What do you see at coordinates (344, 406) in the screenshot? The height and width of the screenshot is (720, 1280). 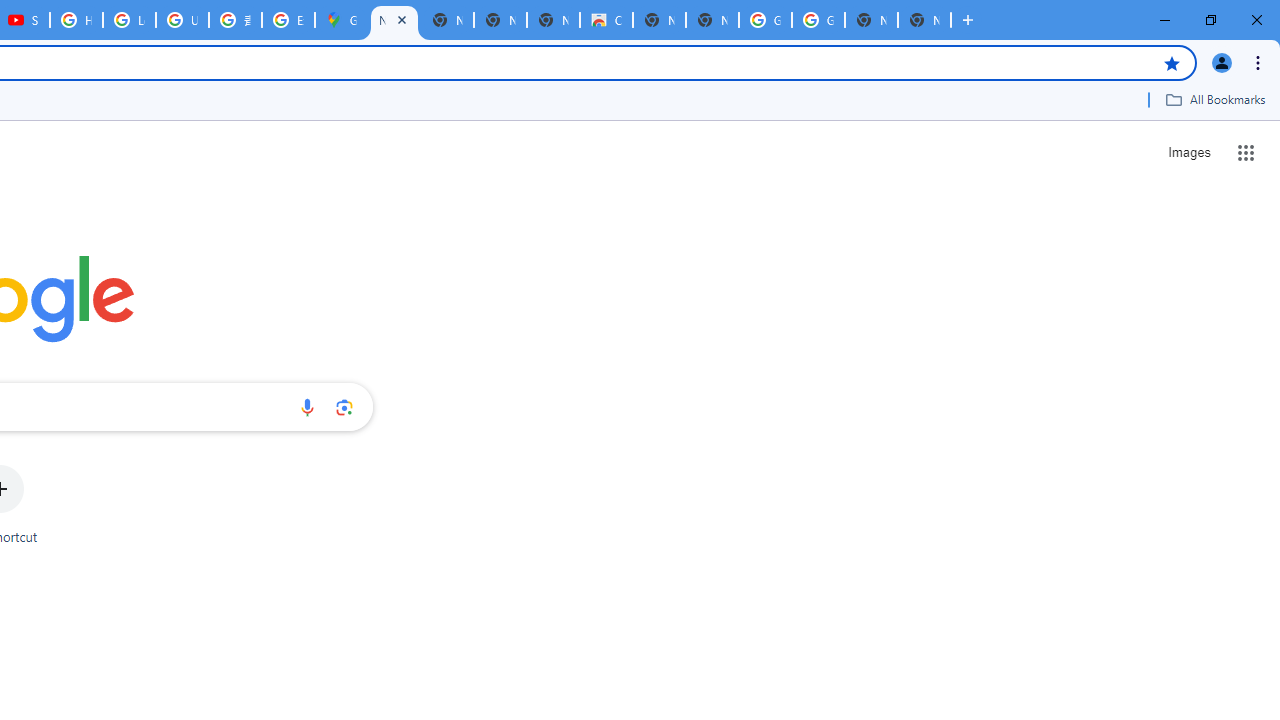 I see `'Search by image'` at bounding box center [344, 406].